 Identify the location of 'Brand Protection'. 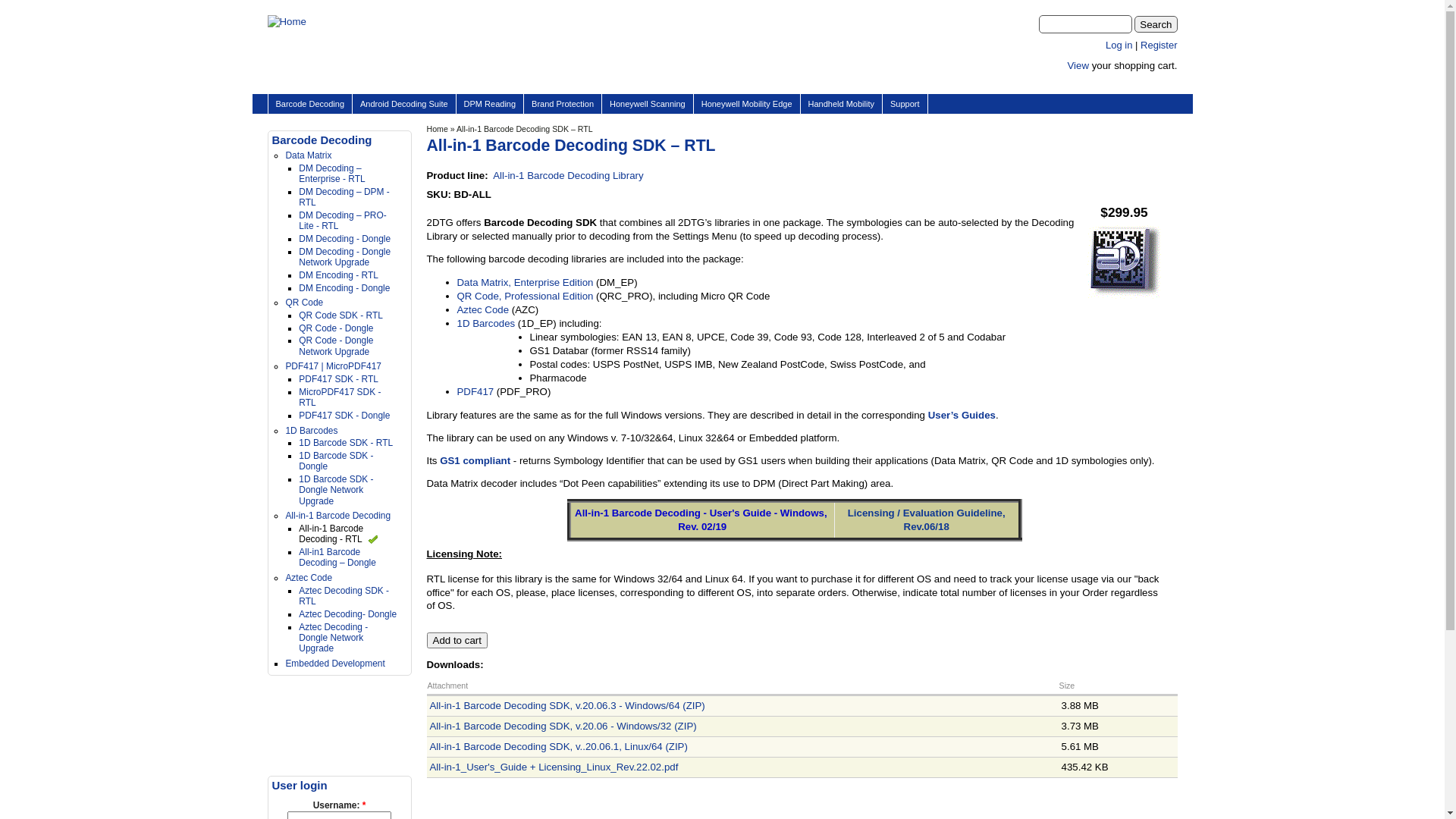
(562, 103).